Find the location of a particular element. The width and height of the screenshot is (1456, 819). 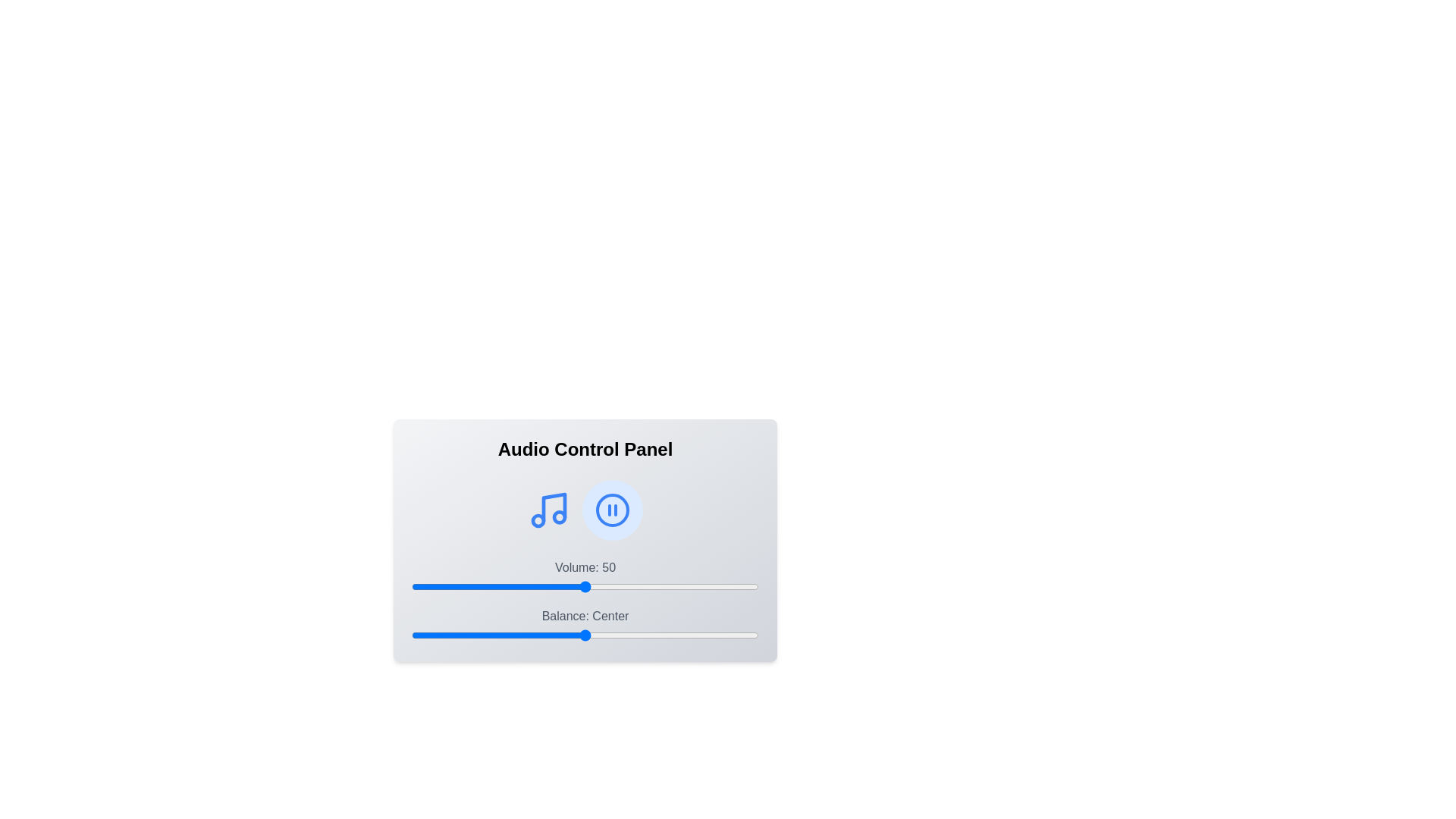

the musical note icon located to the left of the play-pause icon in the Audio Control Panel is located at coordinates (548, 510).